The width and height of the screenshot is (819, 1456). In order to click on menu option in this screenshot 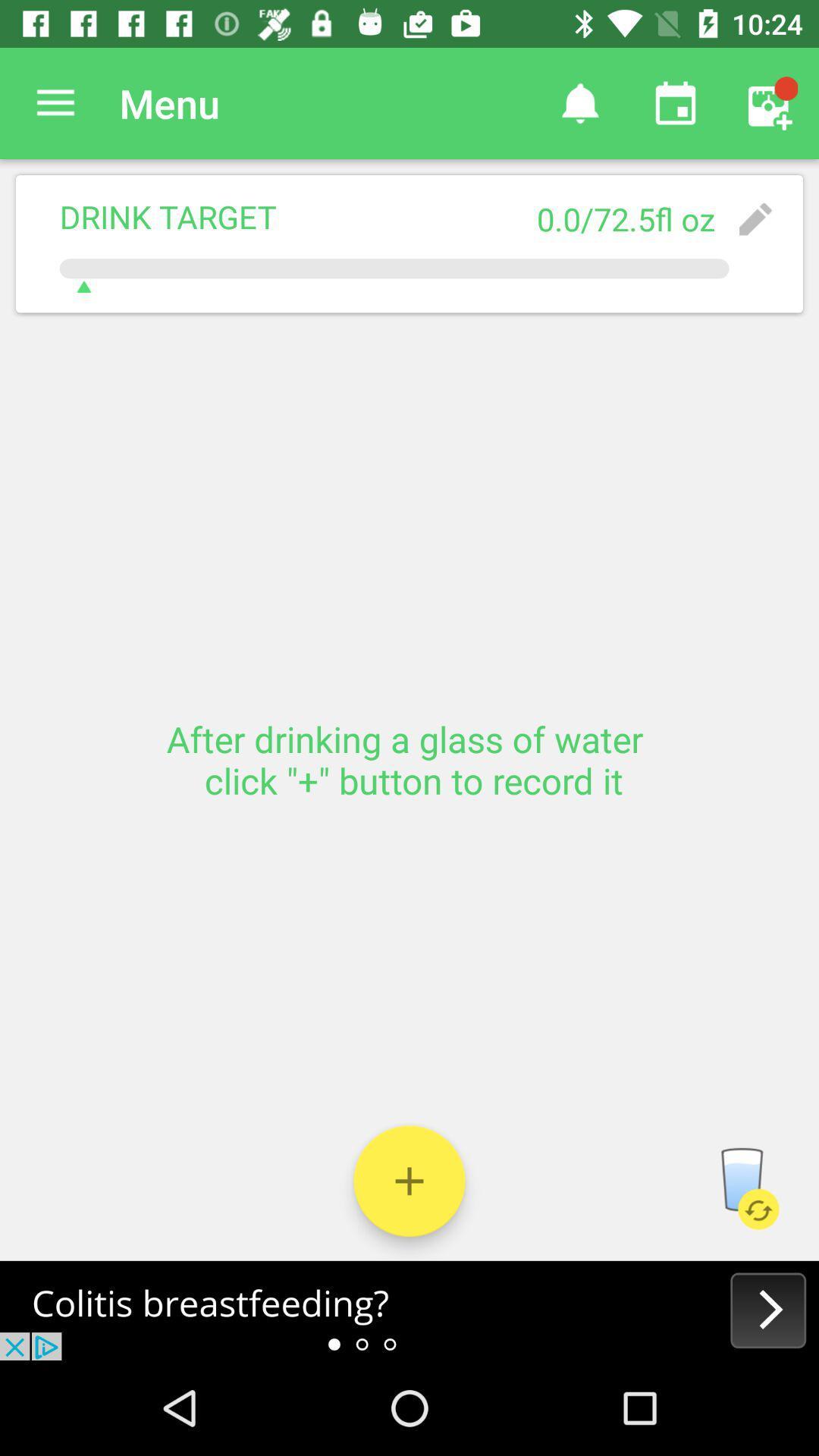, I will do `click(55, 102)`.